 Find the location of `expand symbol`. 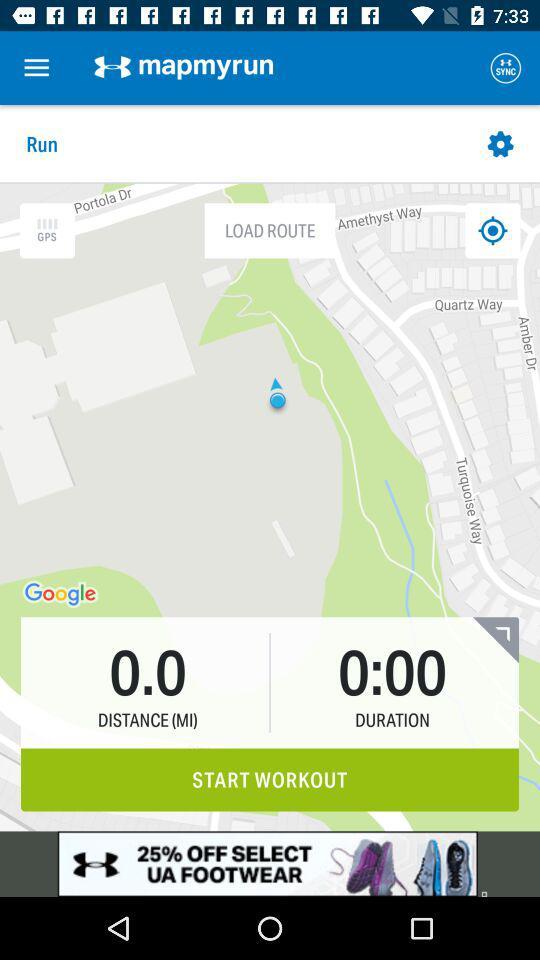

expand symbol is located at coordinates (494, 639).